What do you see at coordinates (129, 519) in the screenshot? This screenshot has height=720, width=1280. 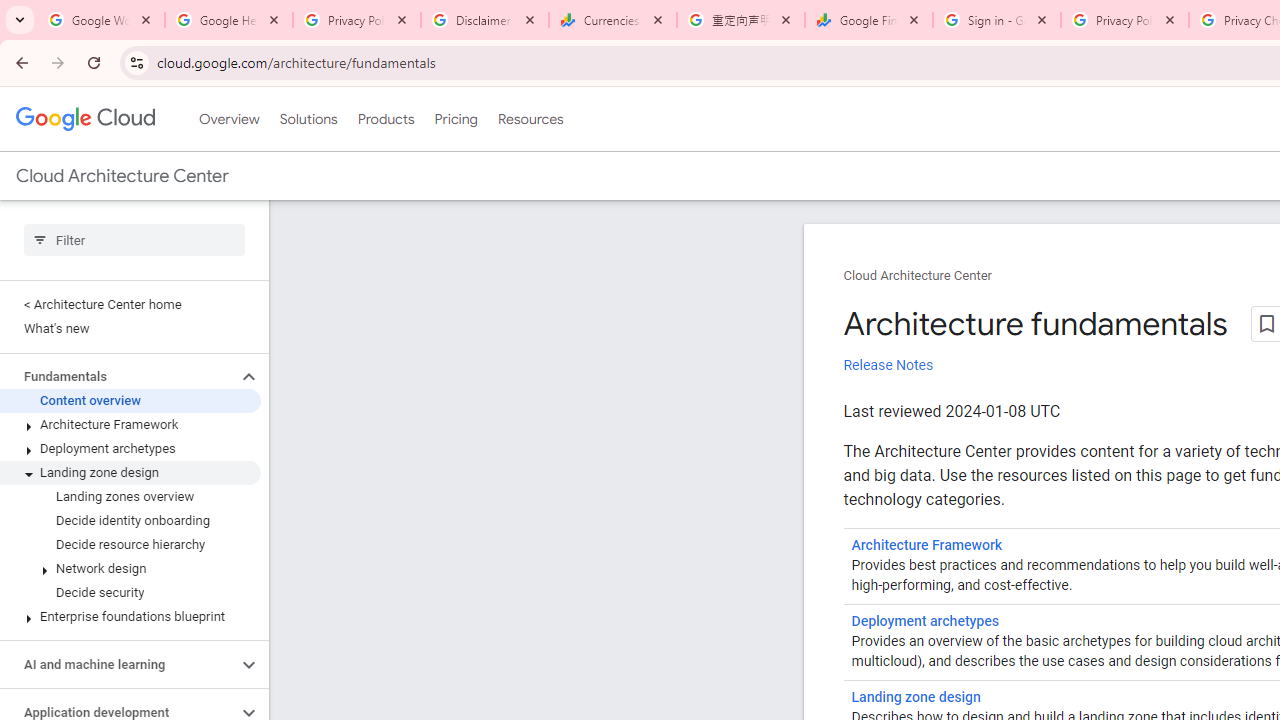 I see `'Decide identity onboarding'` at bounding box center [129, 519].